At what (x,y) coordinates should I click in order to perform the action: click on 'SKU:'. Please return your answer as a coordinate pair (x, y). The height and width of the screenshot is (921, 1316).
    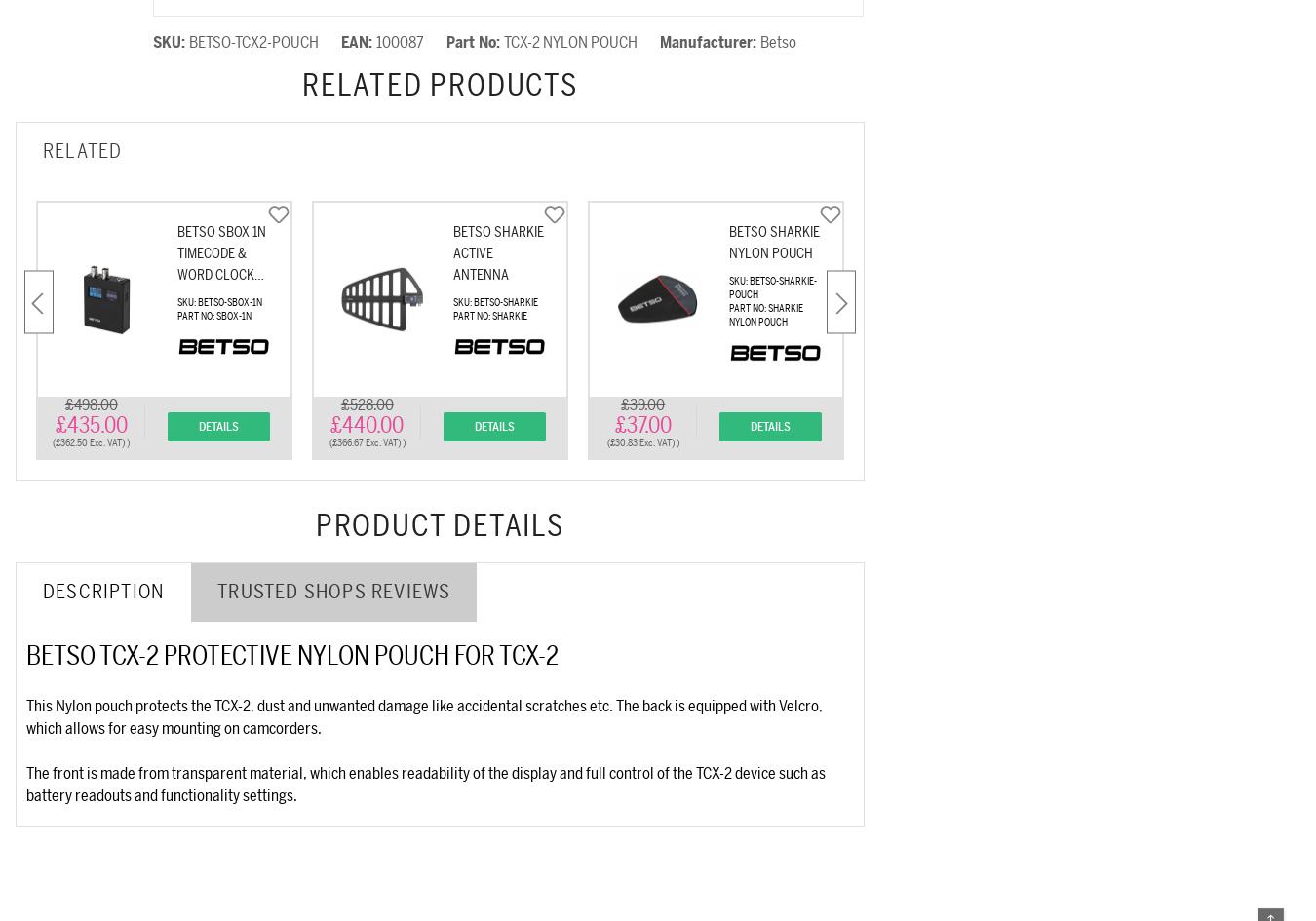
    Looking at the image, I should click on (171, 43).